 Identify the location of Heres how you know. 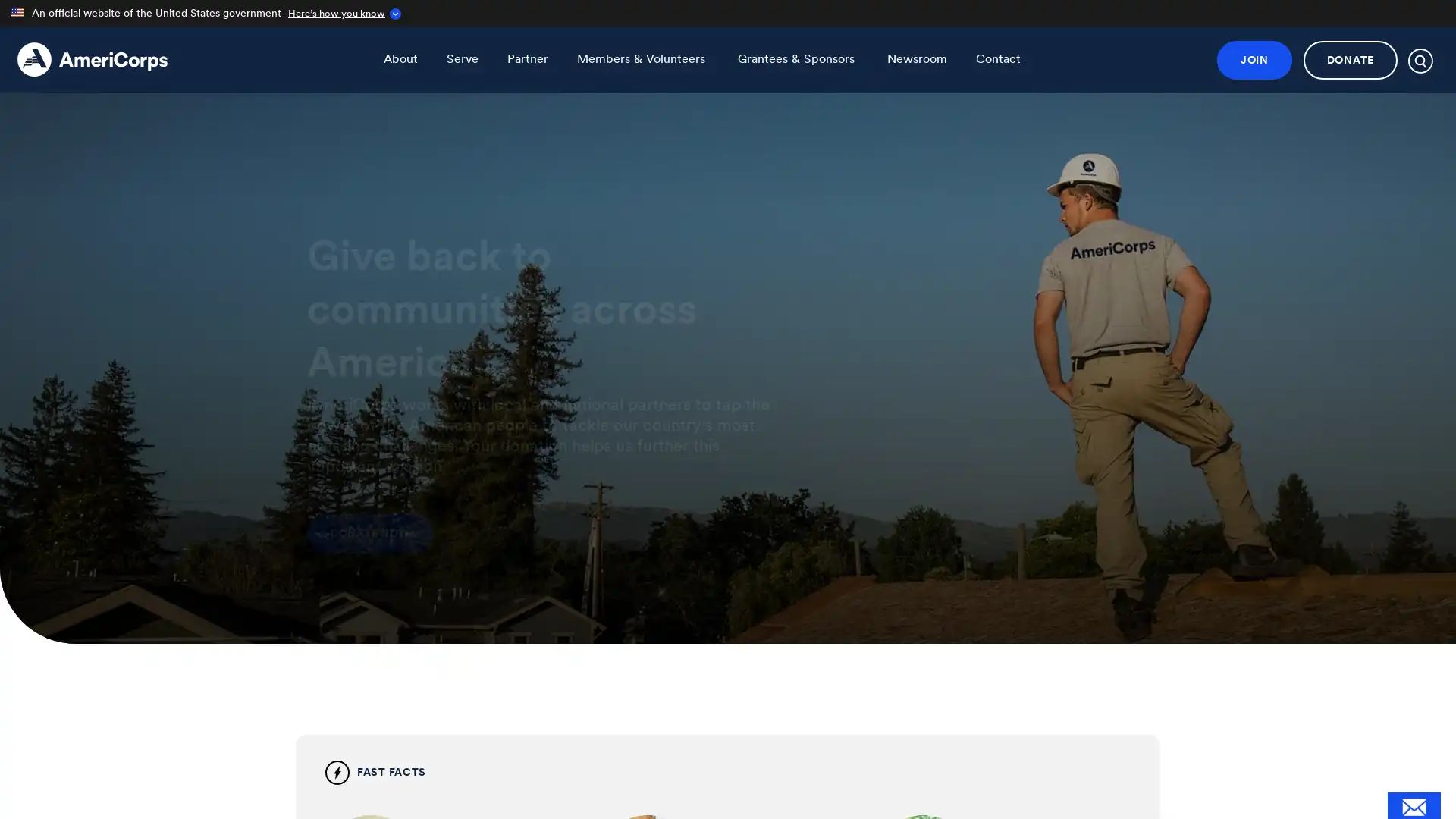
(341, 13).